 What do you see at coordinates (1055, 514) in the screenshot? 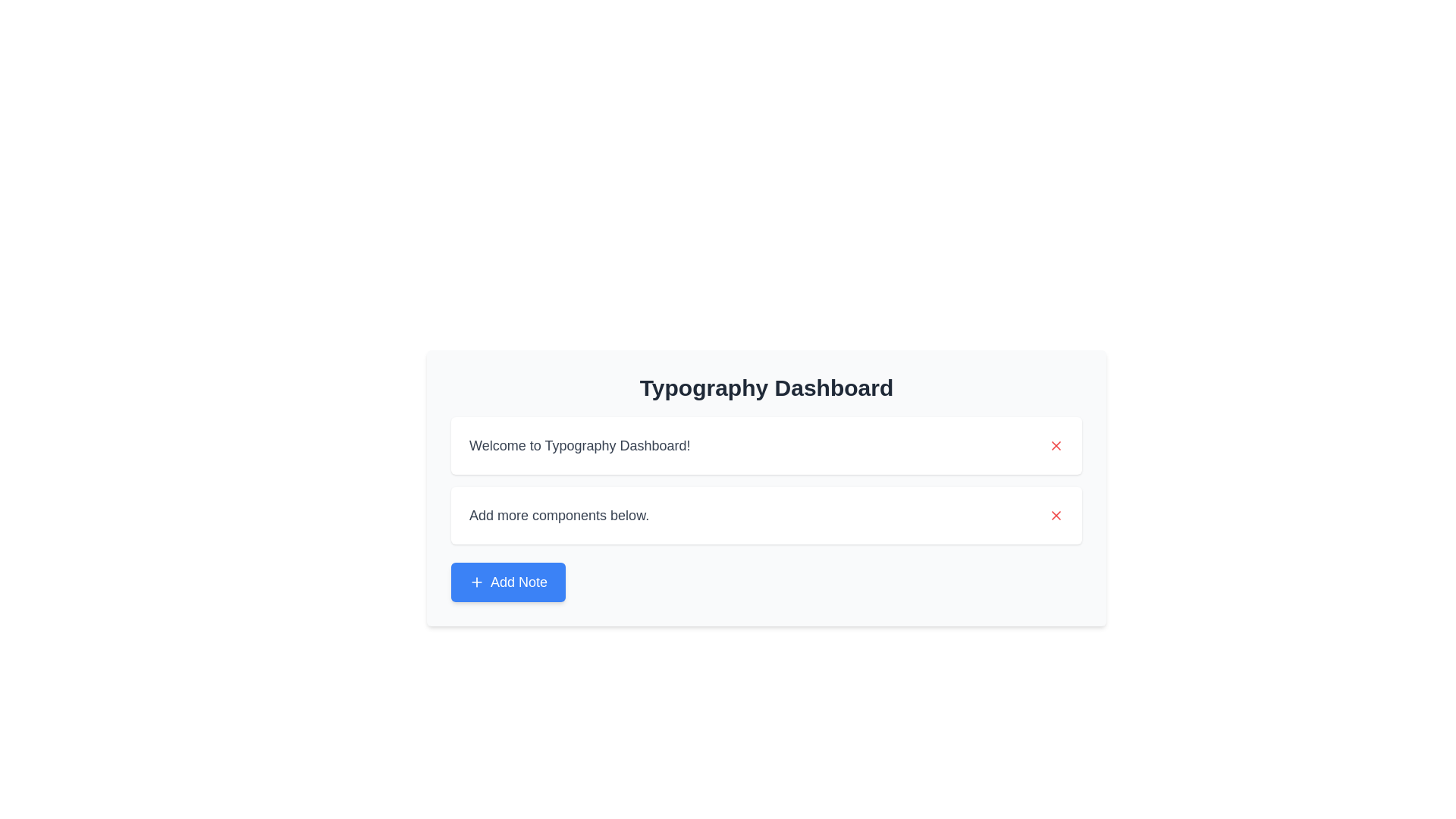
I see `the red 'X' icon button located at the top-right corner of the card displaying the text 'Add more components below'` at bounding box center [1055, 514].